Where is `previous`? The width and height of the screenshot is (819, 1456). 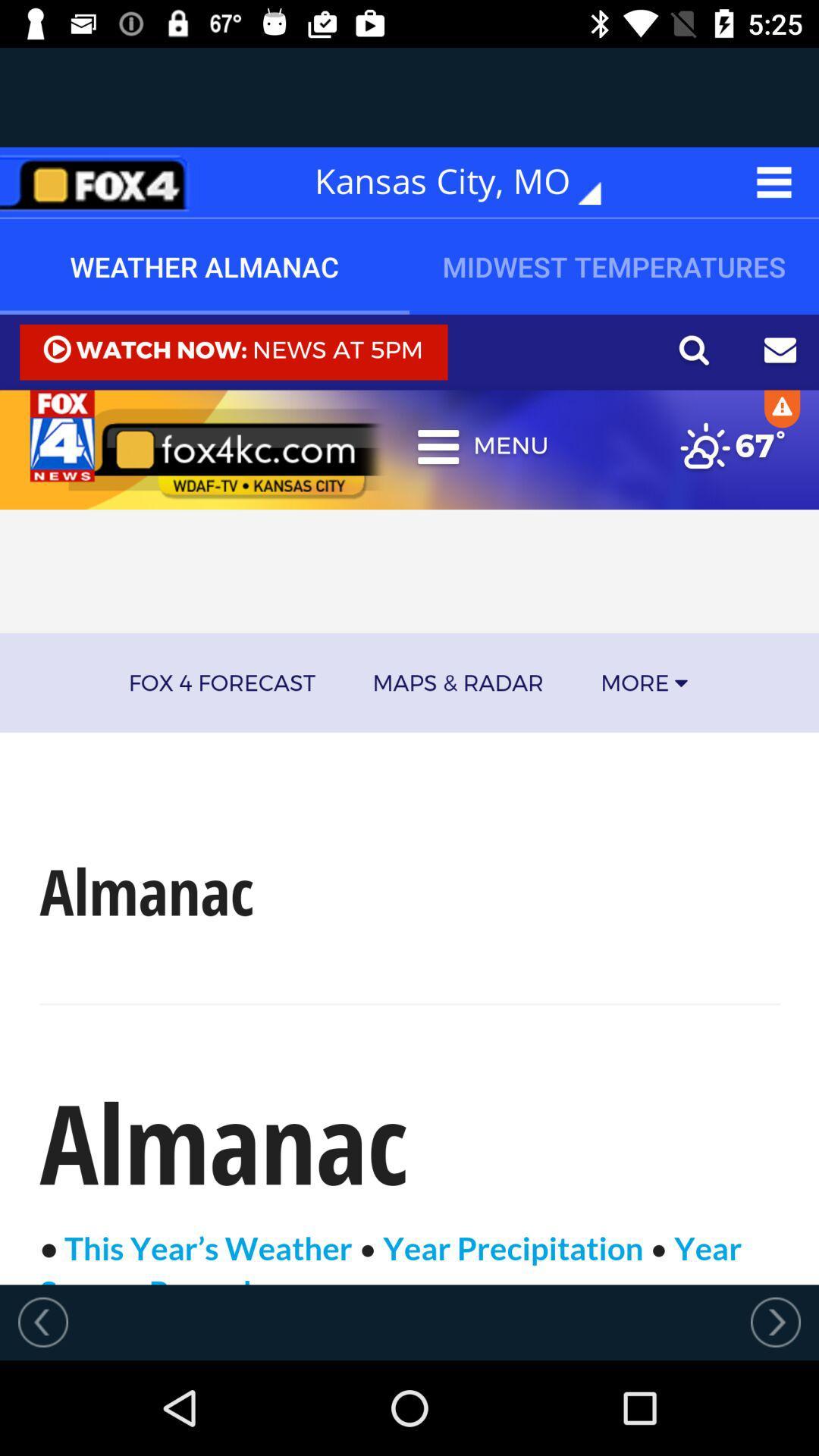 previous is located at coordinates (42, 1321).